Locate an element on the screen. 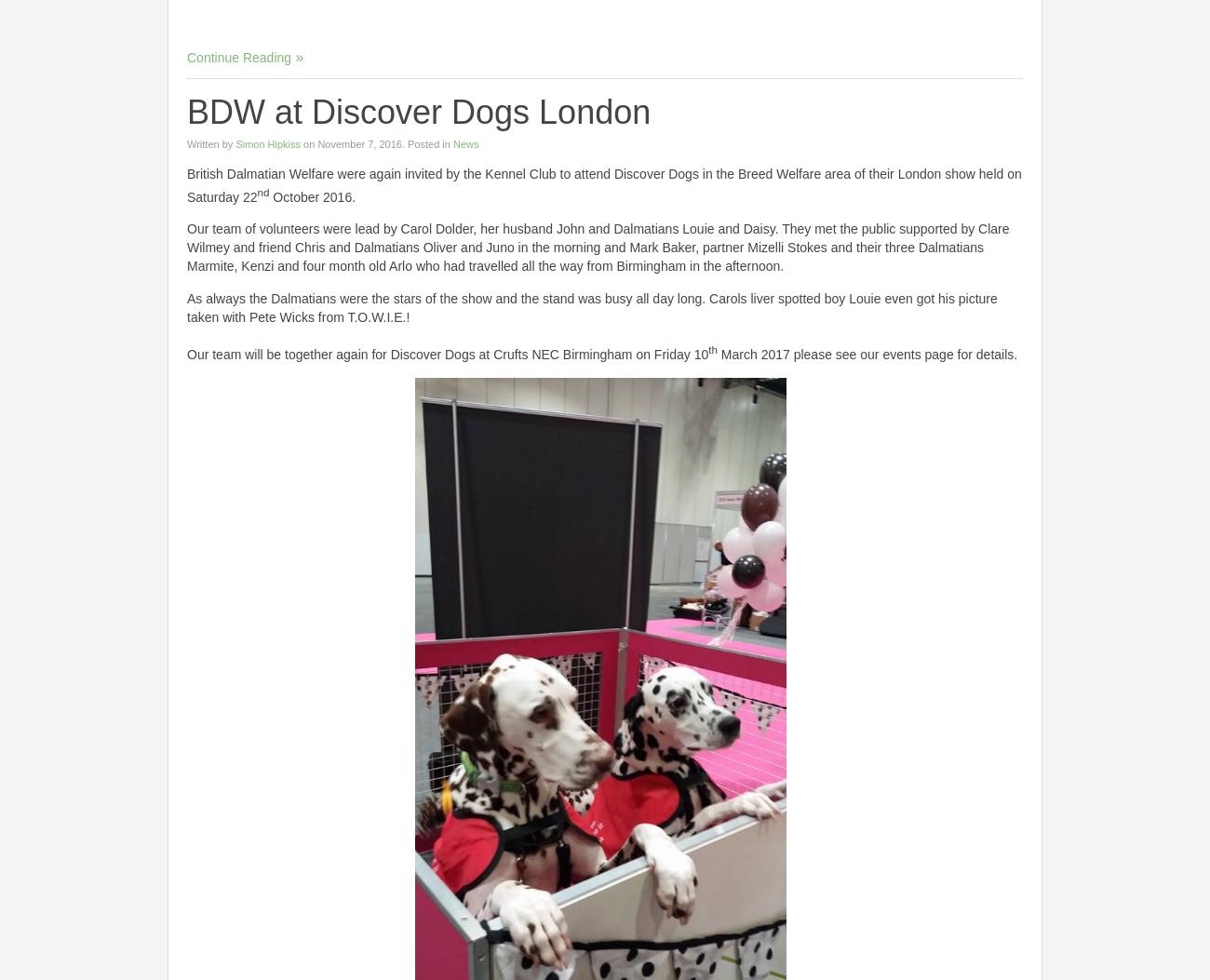  'News' is located at coordinates (464, 141).